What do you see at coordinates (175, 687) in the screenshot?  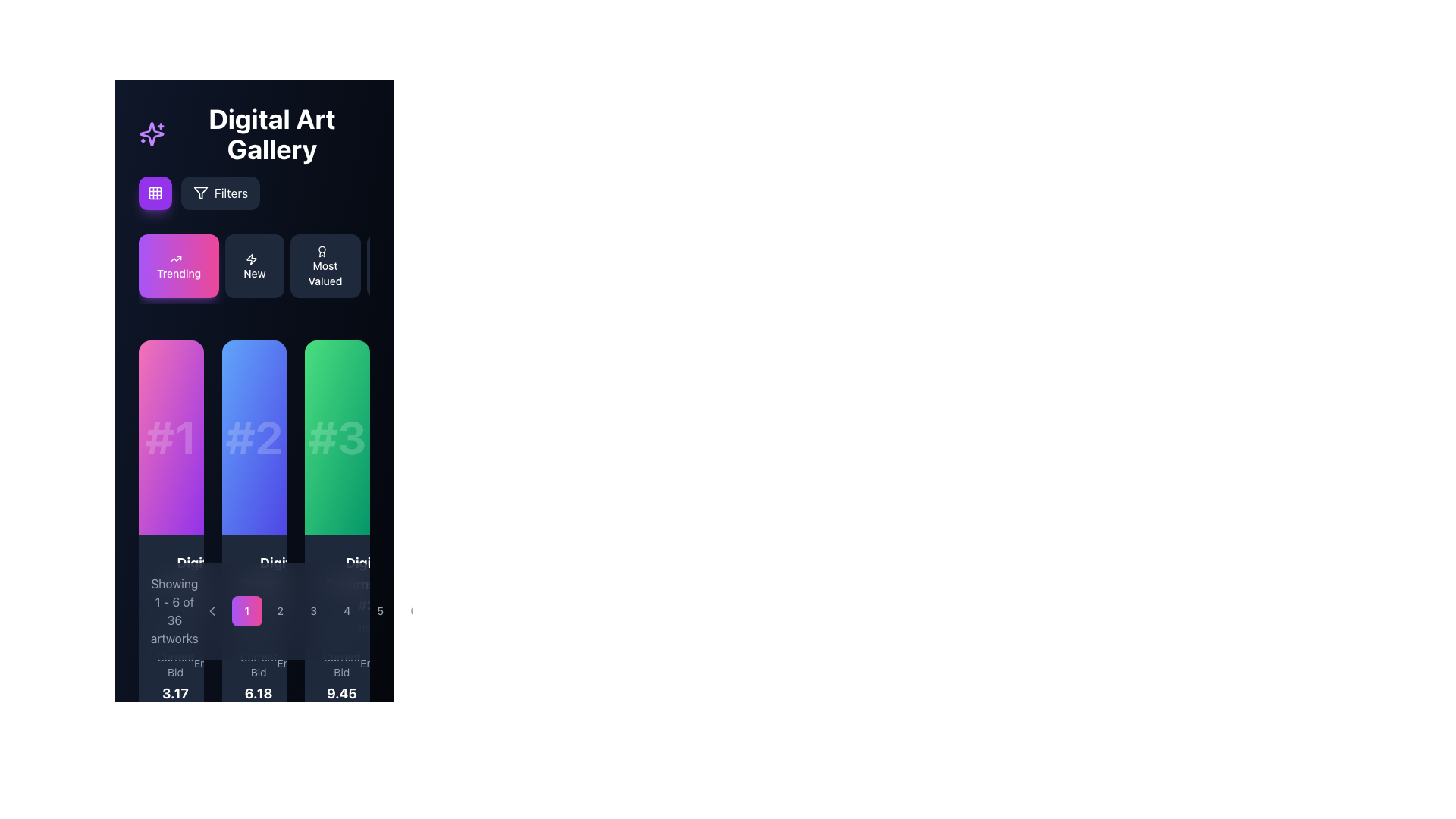 I see `the 'Current Bid' Text Label displaying '3.17 ETH', which is the leftmost item in a horizontal line of bid value elements located below the first column of artwork previews` at bounding box center [175, 687].